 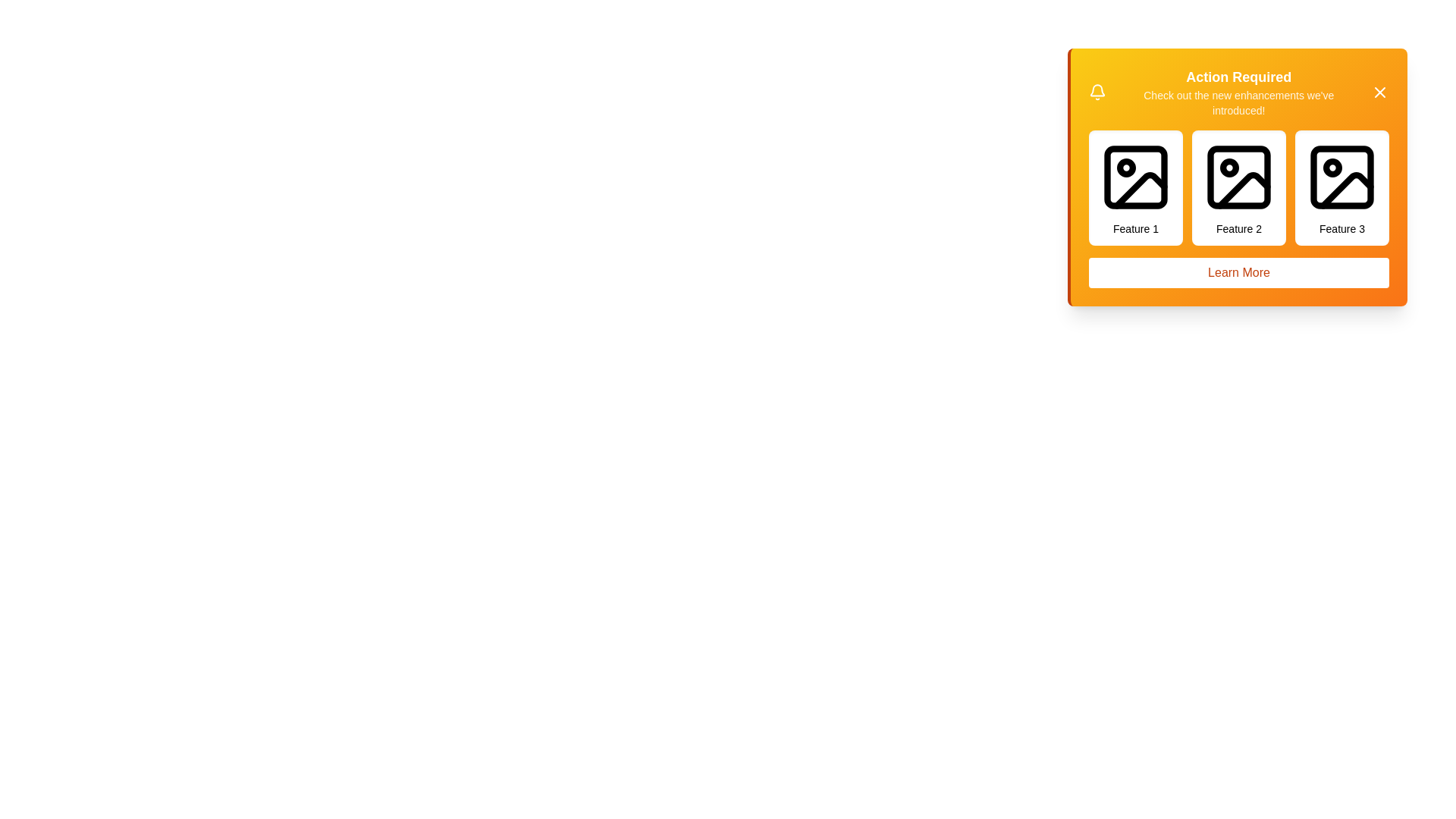 I want to click on the close button to hide the snackbar, so click(x=1379, y=93).